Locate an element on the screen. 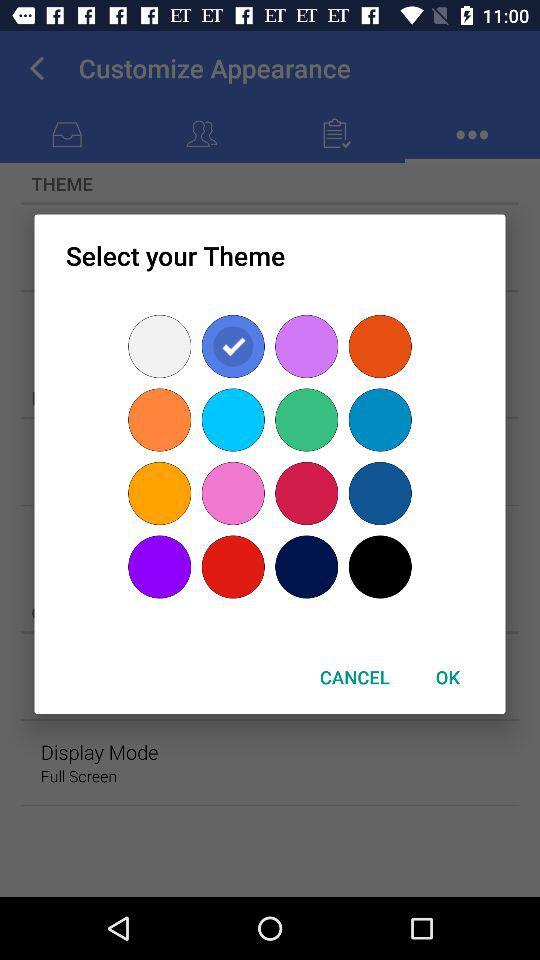 The width and height of the screenshot is (540, 960). the item at the bottom is located at coordinates (353, 677).